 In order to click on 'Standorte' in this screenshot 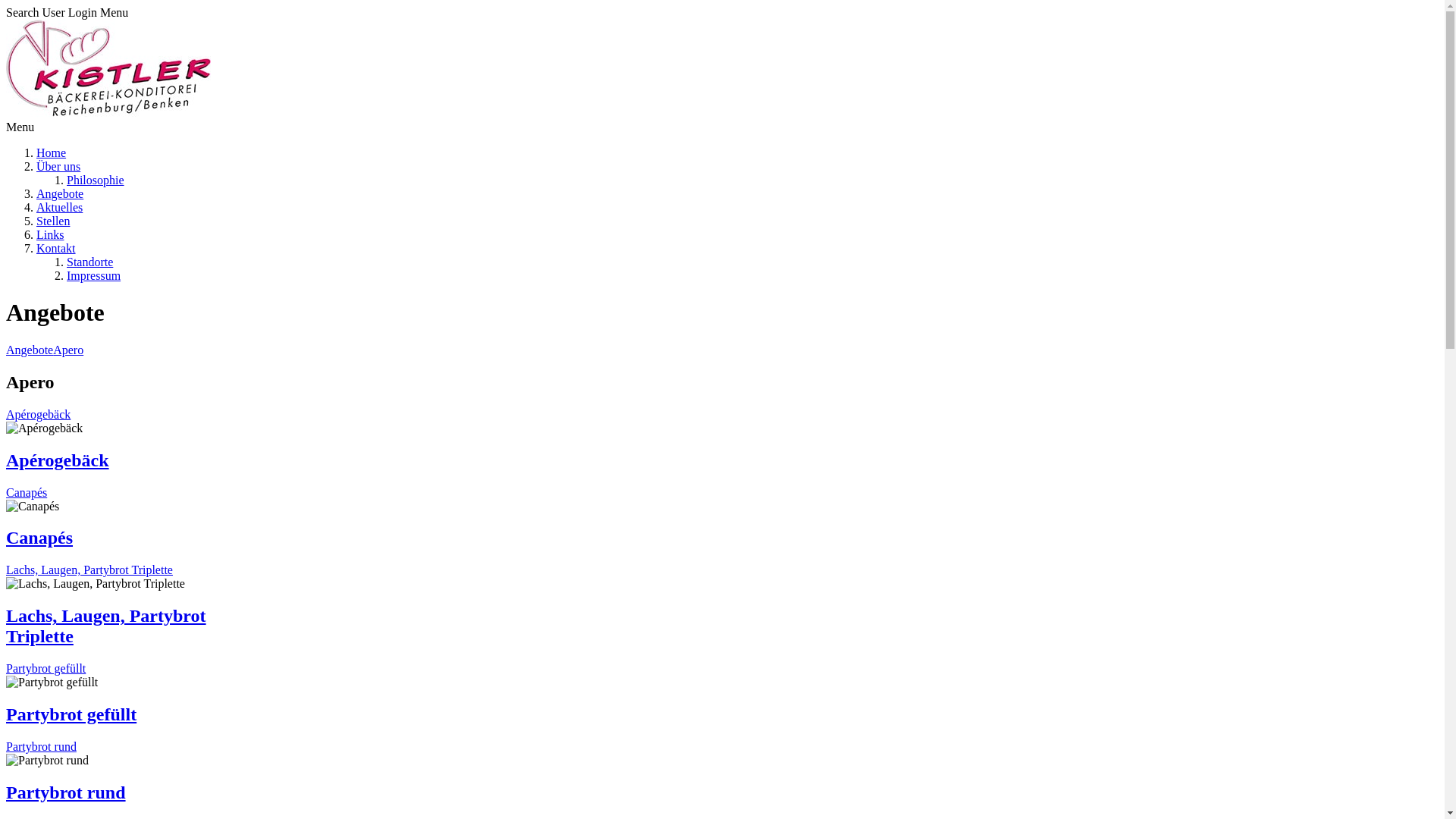, I will do `click(89, 261)`.